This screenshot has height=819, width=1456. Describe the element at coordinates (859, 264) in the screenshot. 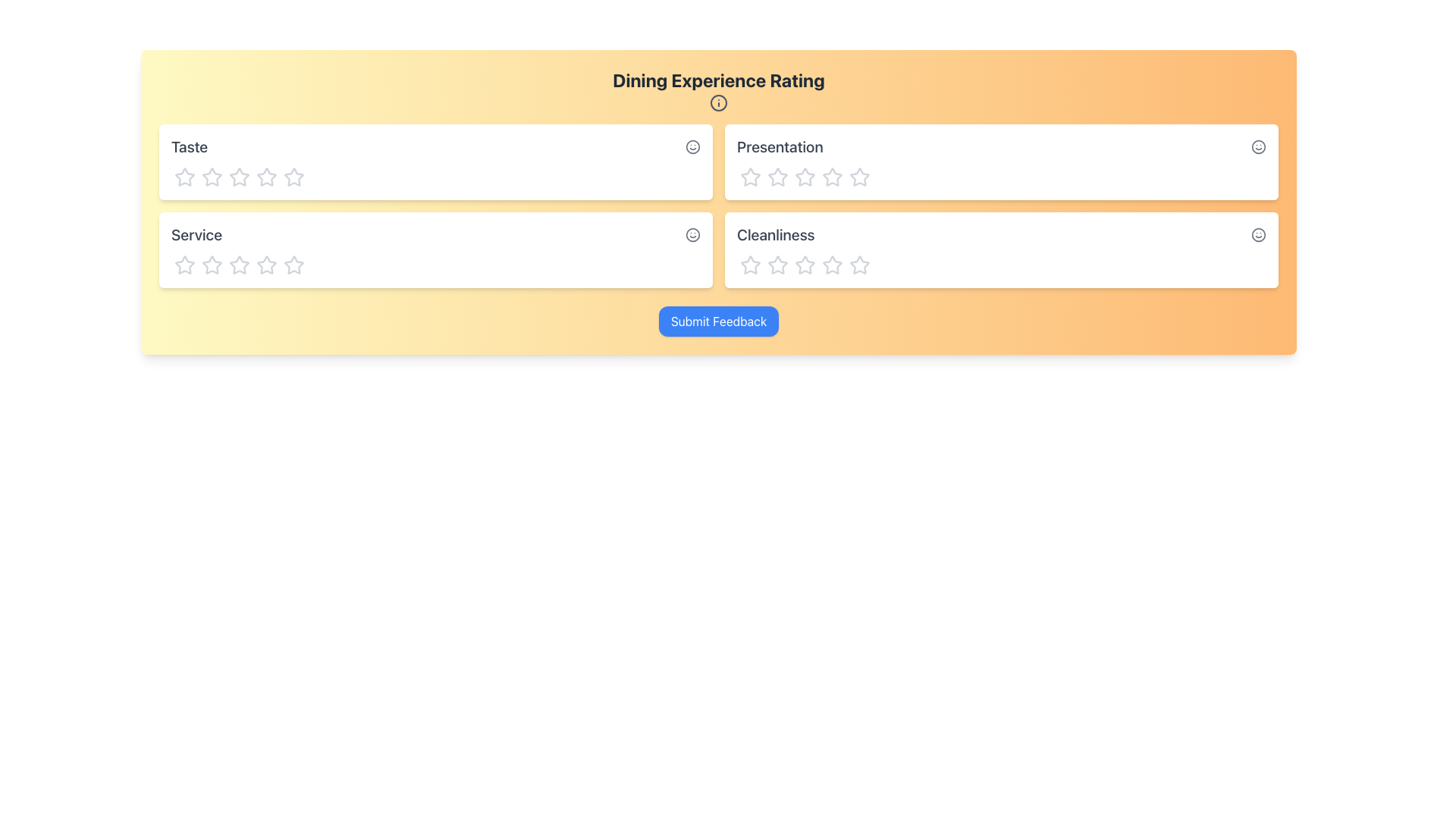

I see `the fourth star icon in the rating system` at that location.